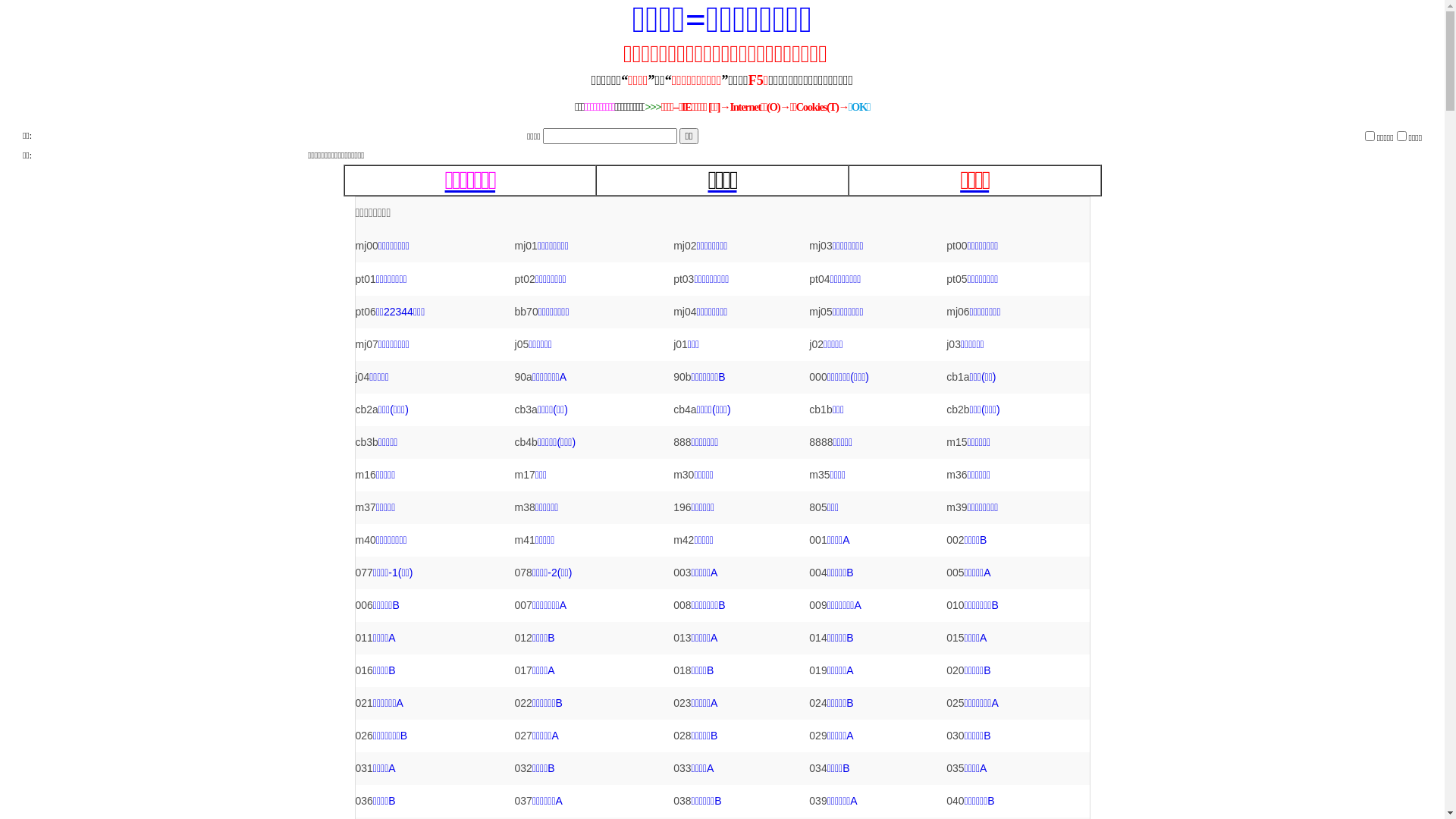 The height and width of the screenshot is (819, 1456). What do you see at coordinates (681, 734) in the screenshot?
I see `'028'` at bounding box center [681, 734].